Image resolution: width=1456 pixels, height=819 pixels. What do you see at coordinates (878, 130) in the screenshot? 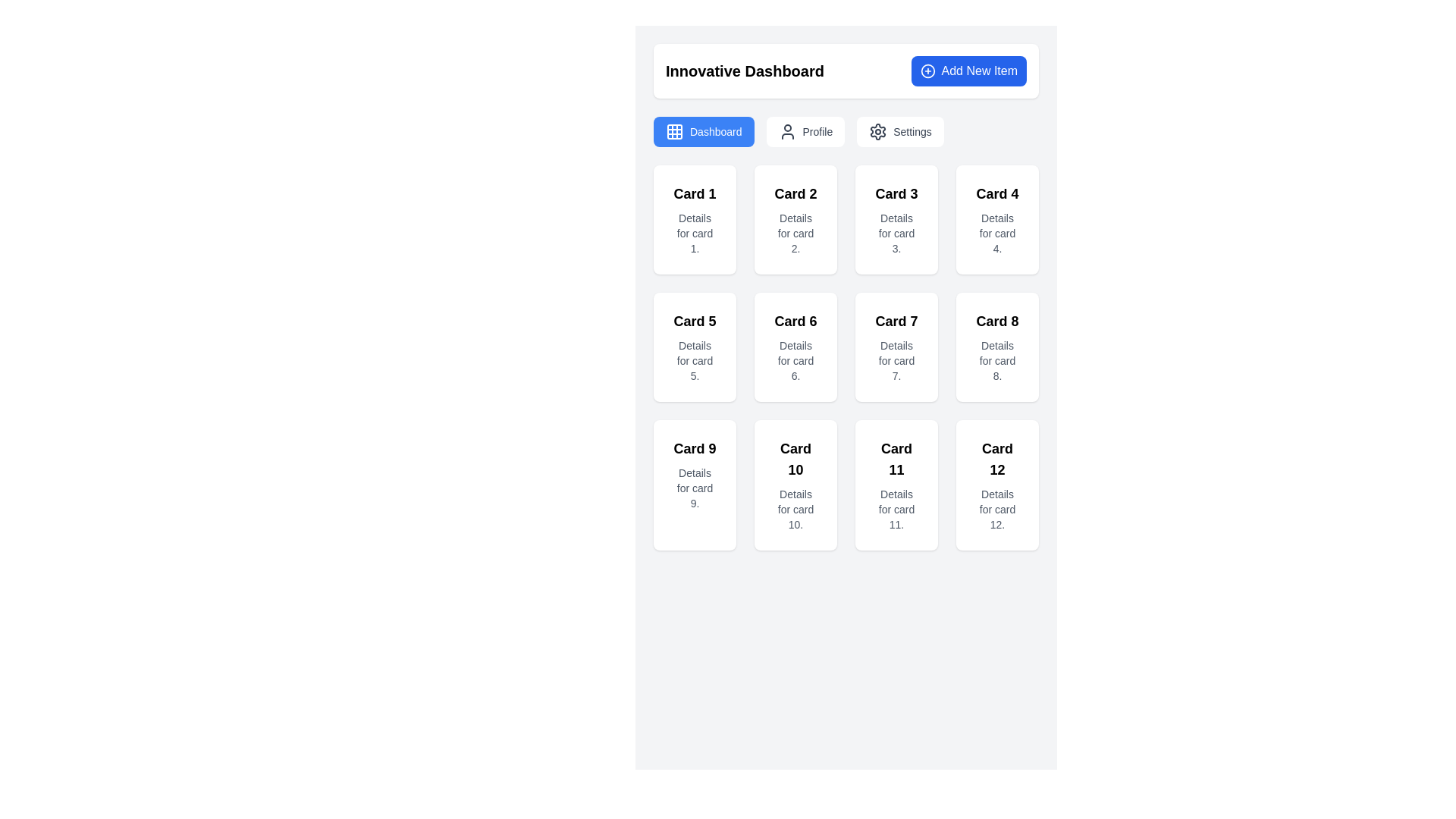
I see `the settings gear icon located at the rightmost position of the top navigation bar` at bounding box center [878, 130].